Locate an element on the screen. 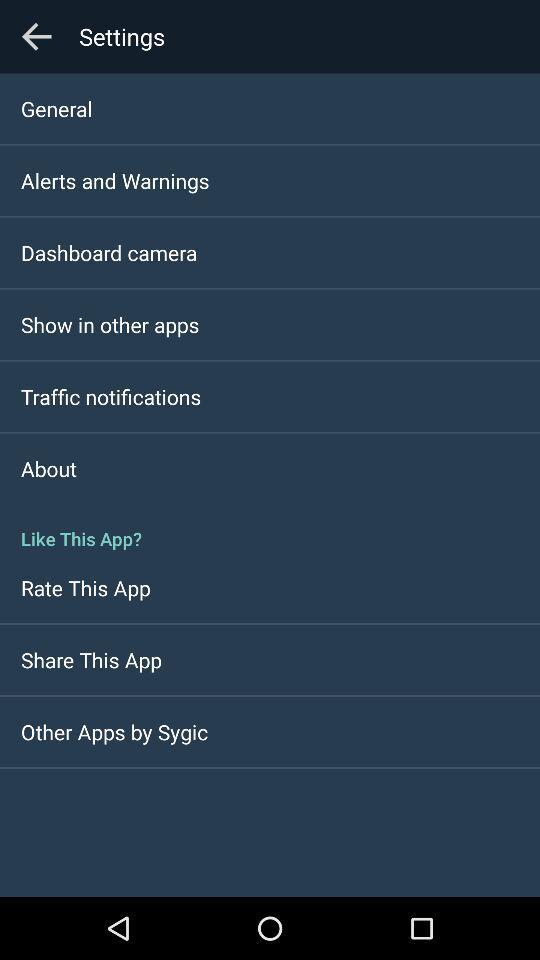  the traffic notifications item is located at coordinates (111, 395).